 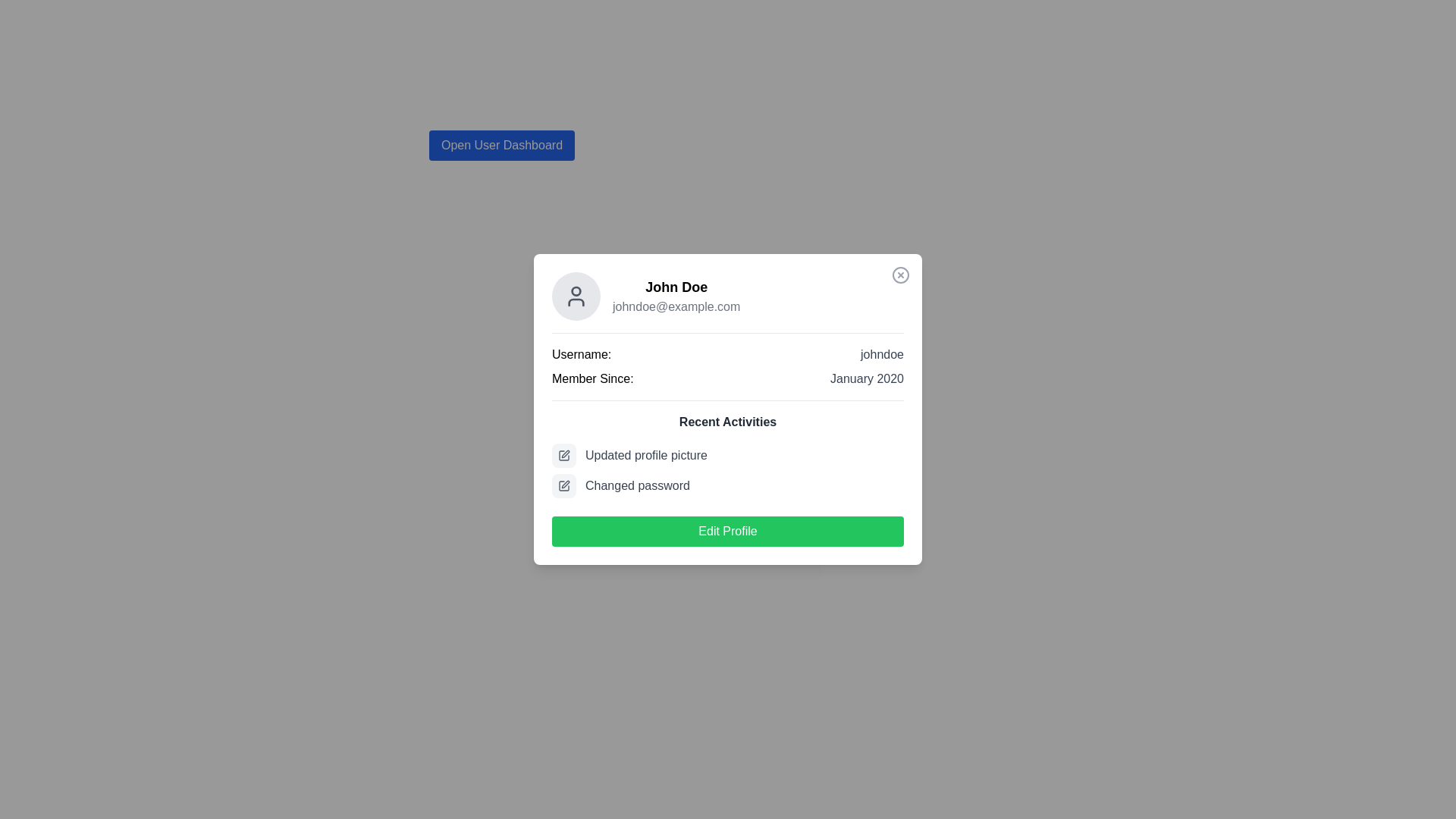 I want to click on the text label displaying the email address associated with user 'John Doe', located within the user profile card beneath the username, so click(x=676, y=307).